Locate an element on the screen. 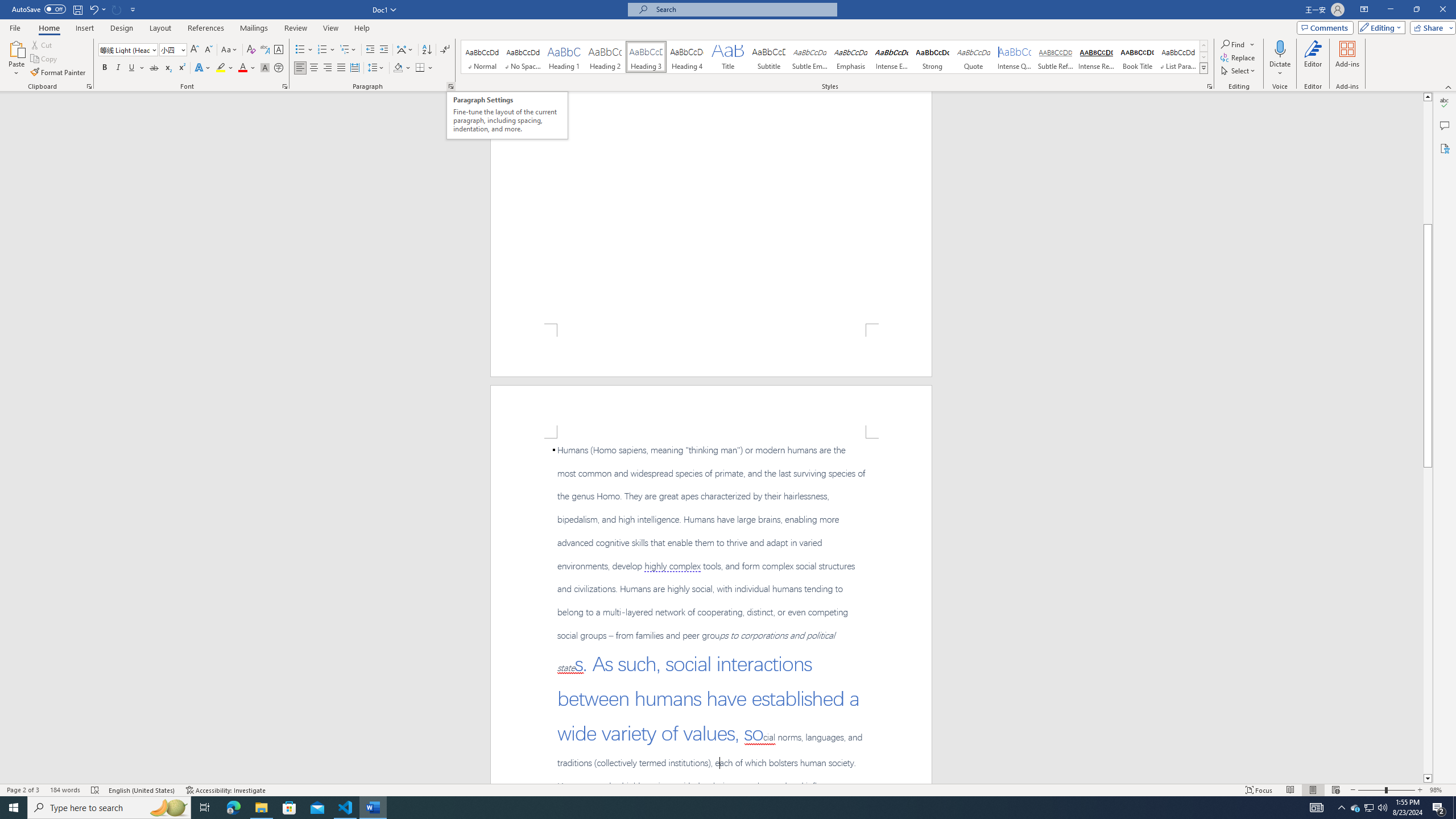  'Page Number Page 2 of 3' is located at coordinates (23, 790).